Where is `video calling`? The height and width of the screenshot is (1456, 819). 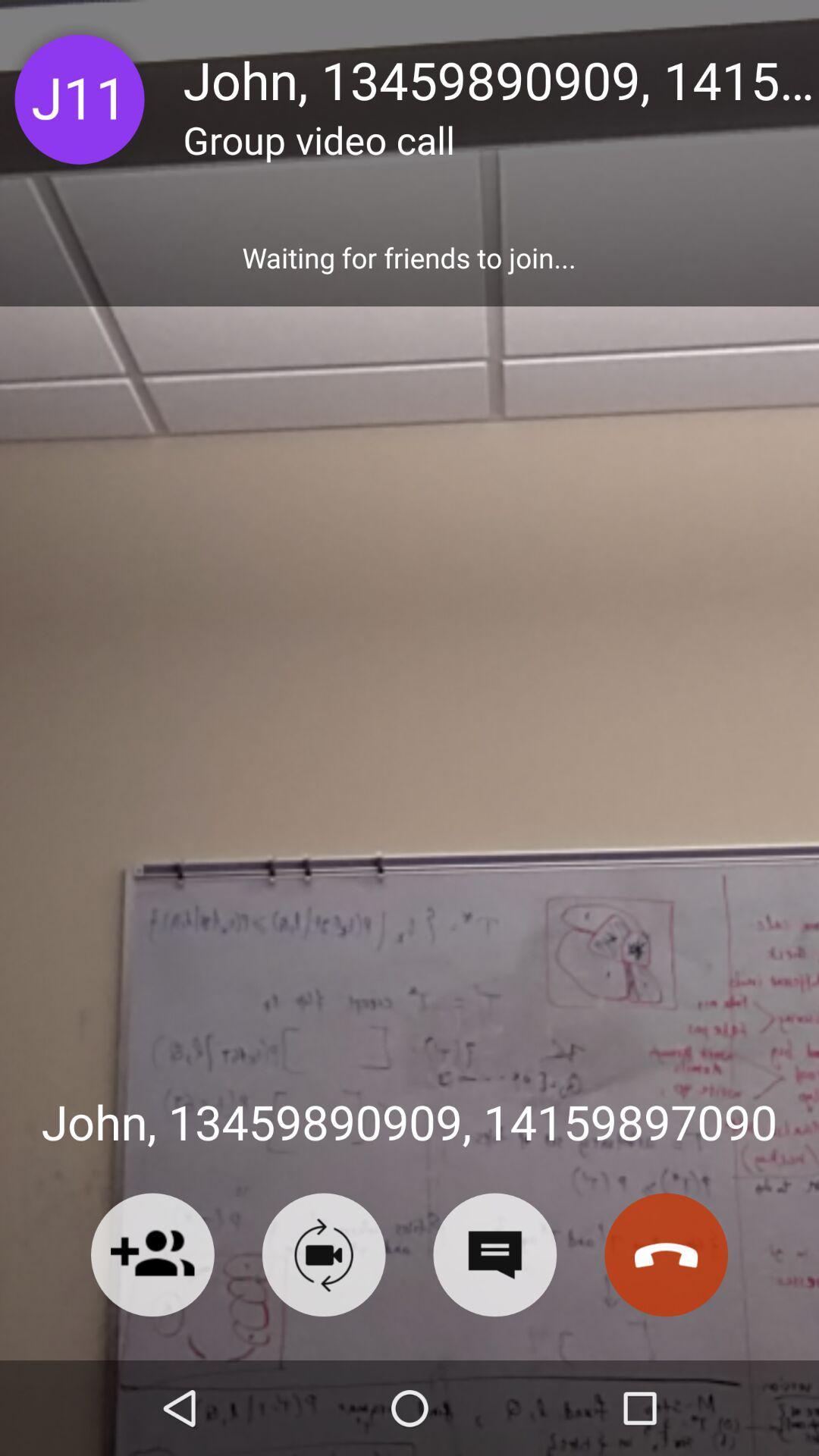 video calling is located at coordinates (323, 1254).